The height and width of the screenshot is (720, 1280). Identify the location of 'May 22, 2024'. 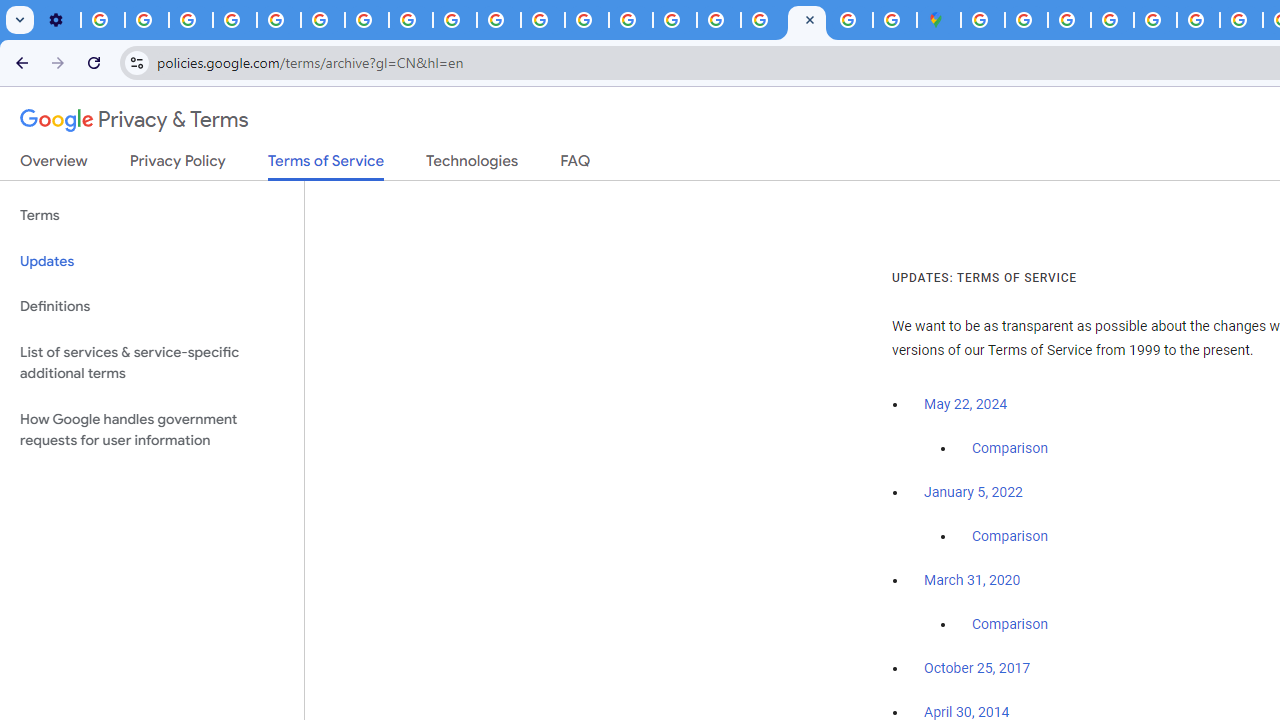
(966, 405).